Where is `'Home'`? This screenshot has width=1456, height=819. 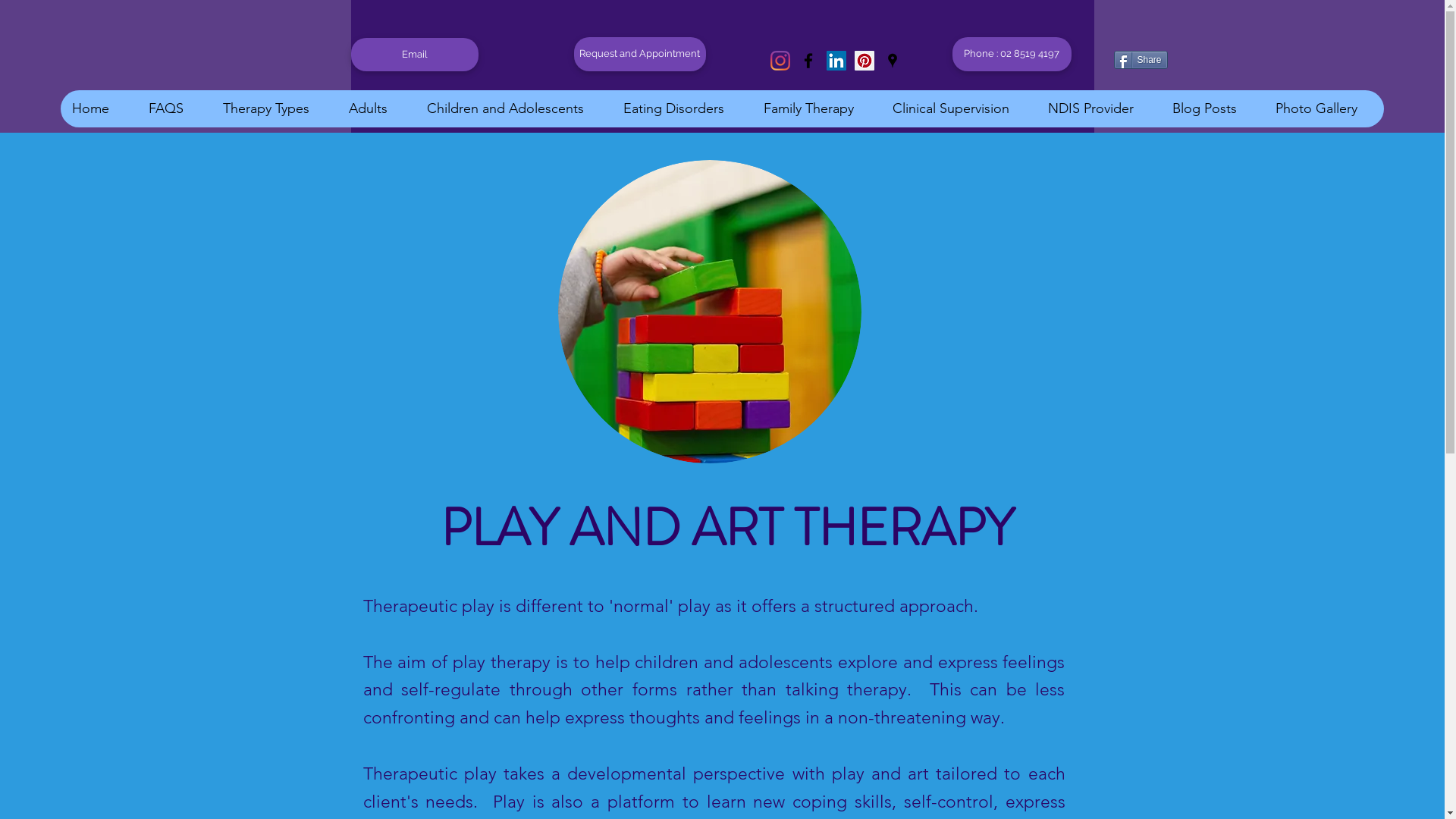
'Home' is located at coordinates (97, 108).